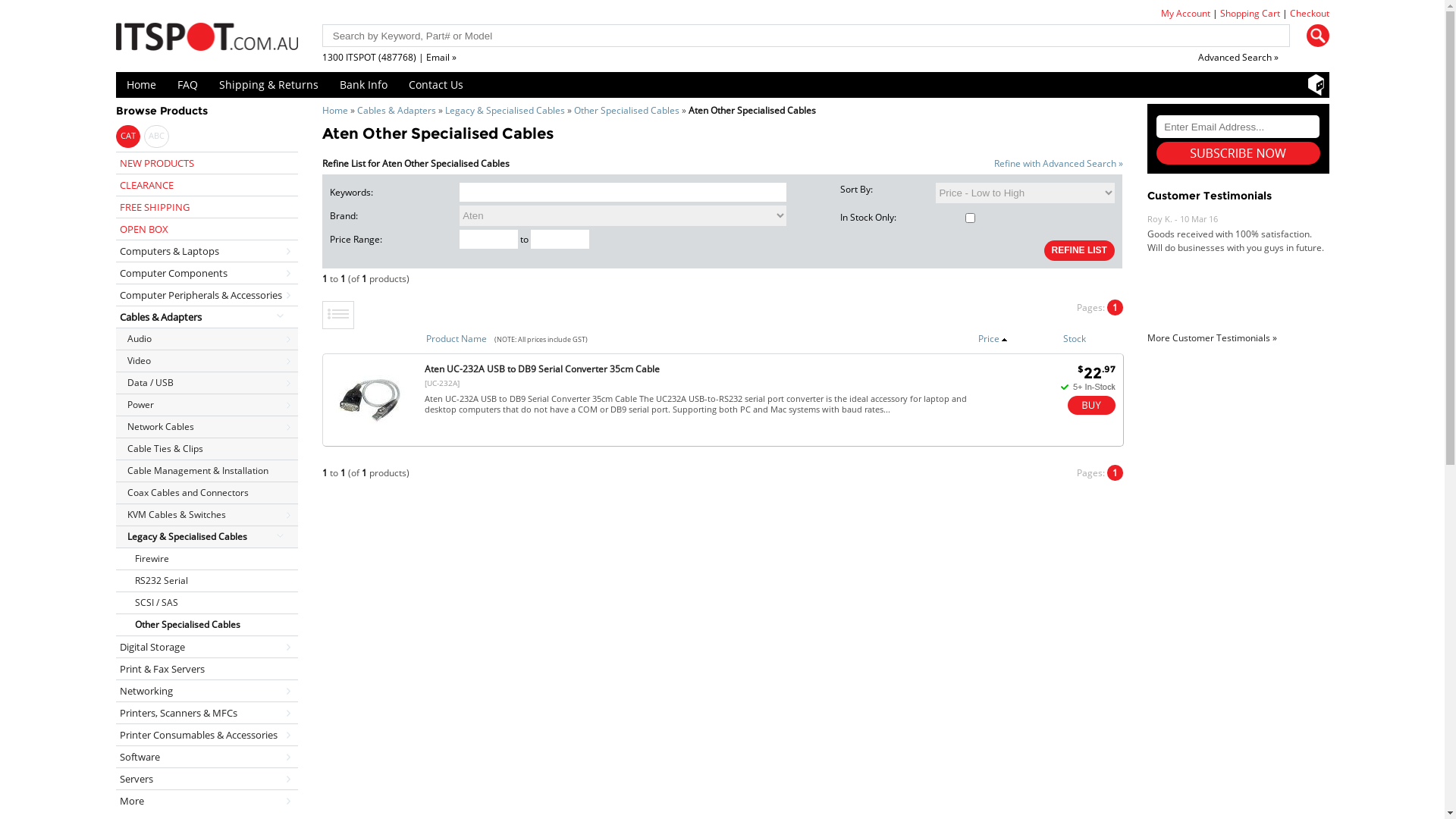 The image size is (1456, 819). I want to click on 'ABC', so click(156, 136).